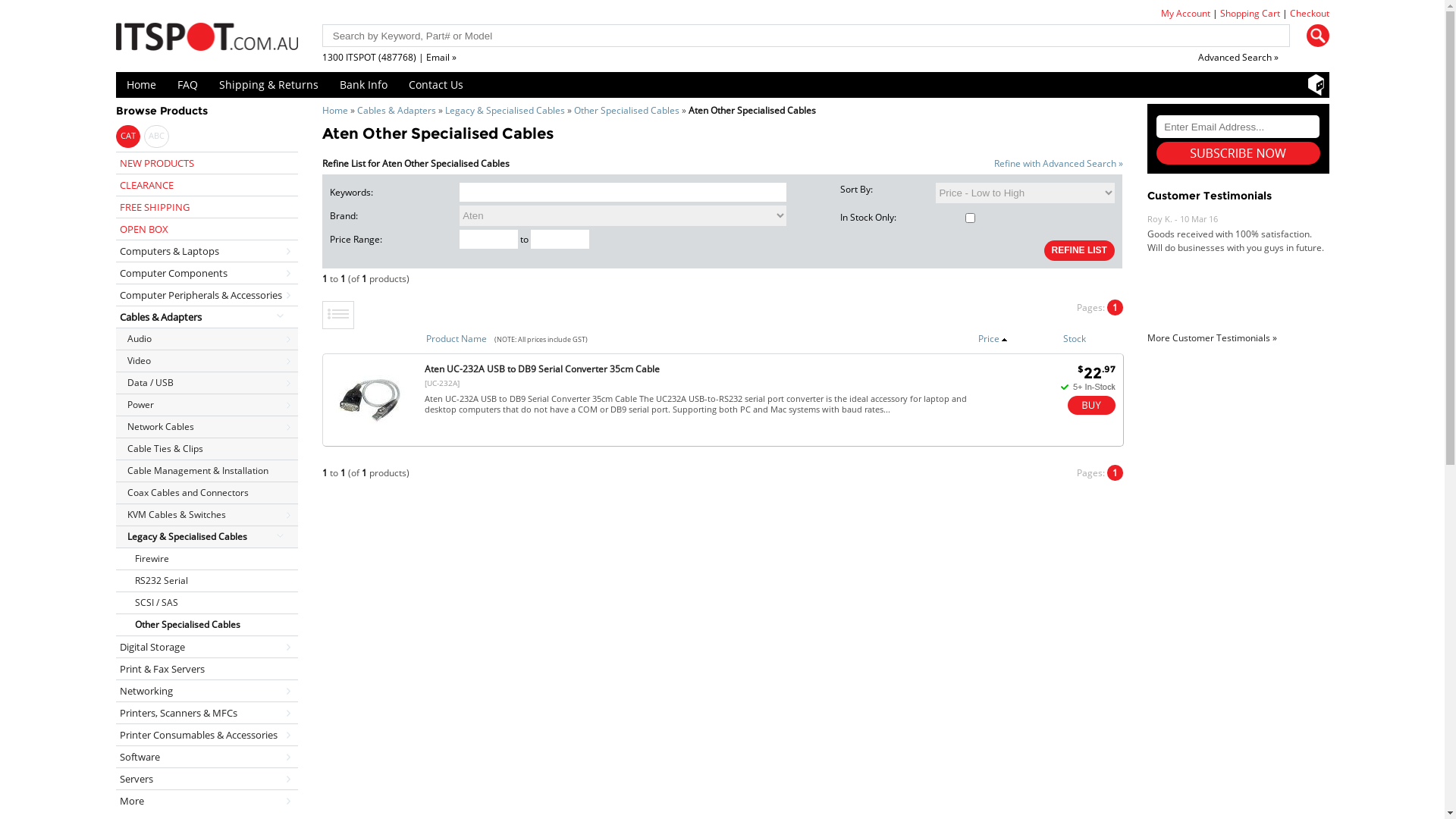 The image size is (1456, 819). I want to click on 'ABC', so click(156, 136).